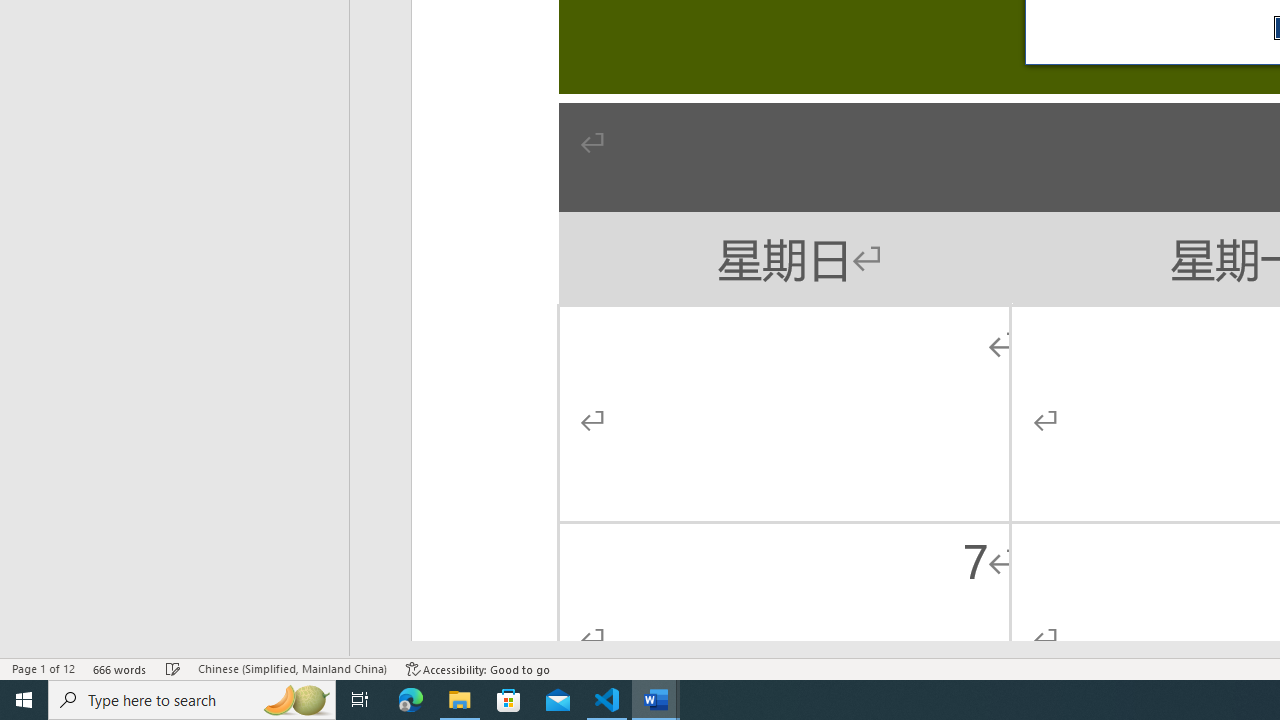 The image size is (1280, 720). Describe the element at coordinates (477, 669) in the screenshot. I see `'Accessibility Checker Accessibility: Good to go'` at that location.